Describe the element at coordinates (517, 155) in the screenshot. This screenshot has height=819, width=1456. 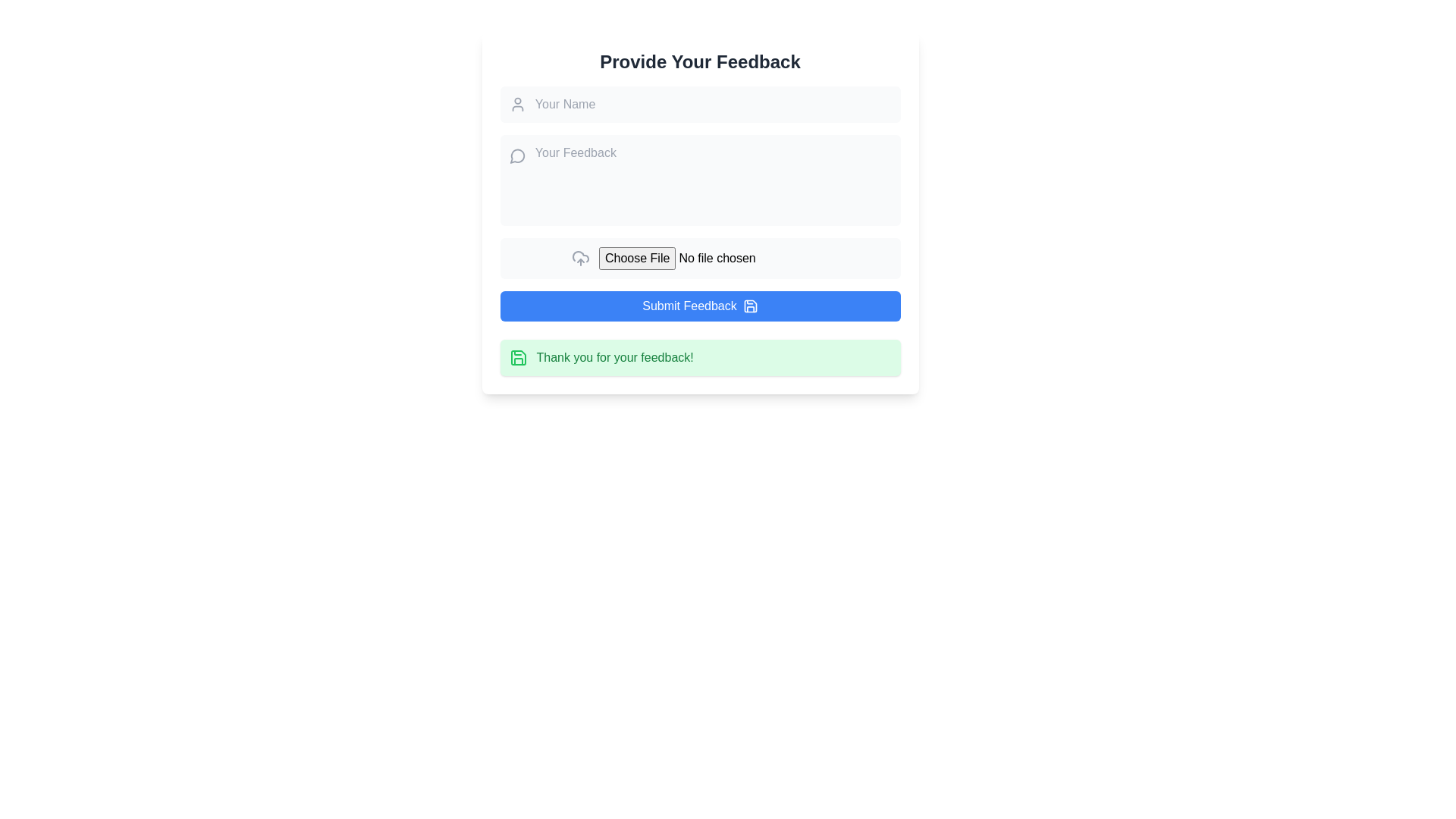
I see `the speech bubble icon with a gray color and thin rounded border, located near the placeholder text 'Your Feedback'` at that location.